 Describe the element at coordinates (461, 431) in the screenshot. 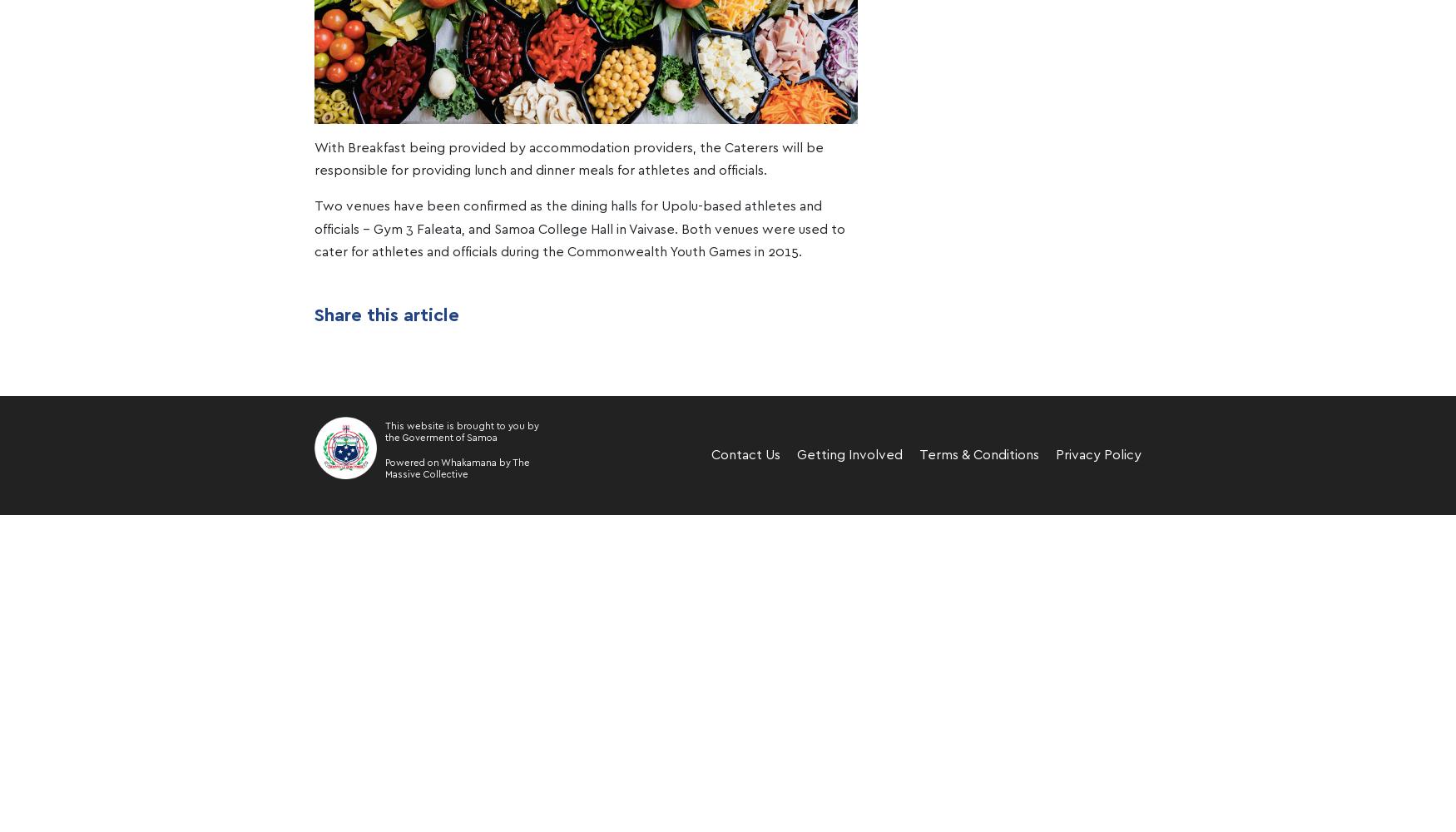

I see `'This website is brought to you by the Goverment of Samoa'` at that location.